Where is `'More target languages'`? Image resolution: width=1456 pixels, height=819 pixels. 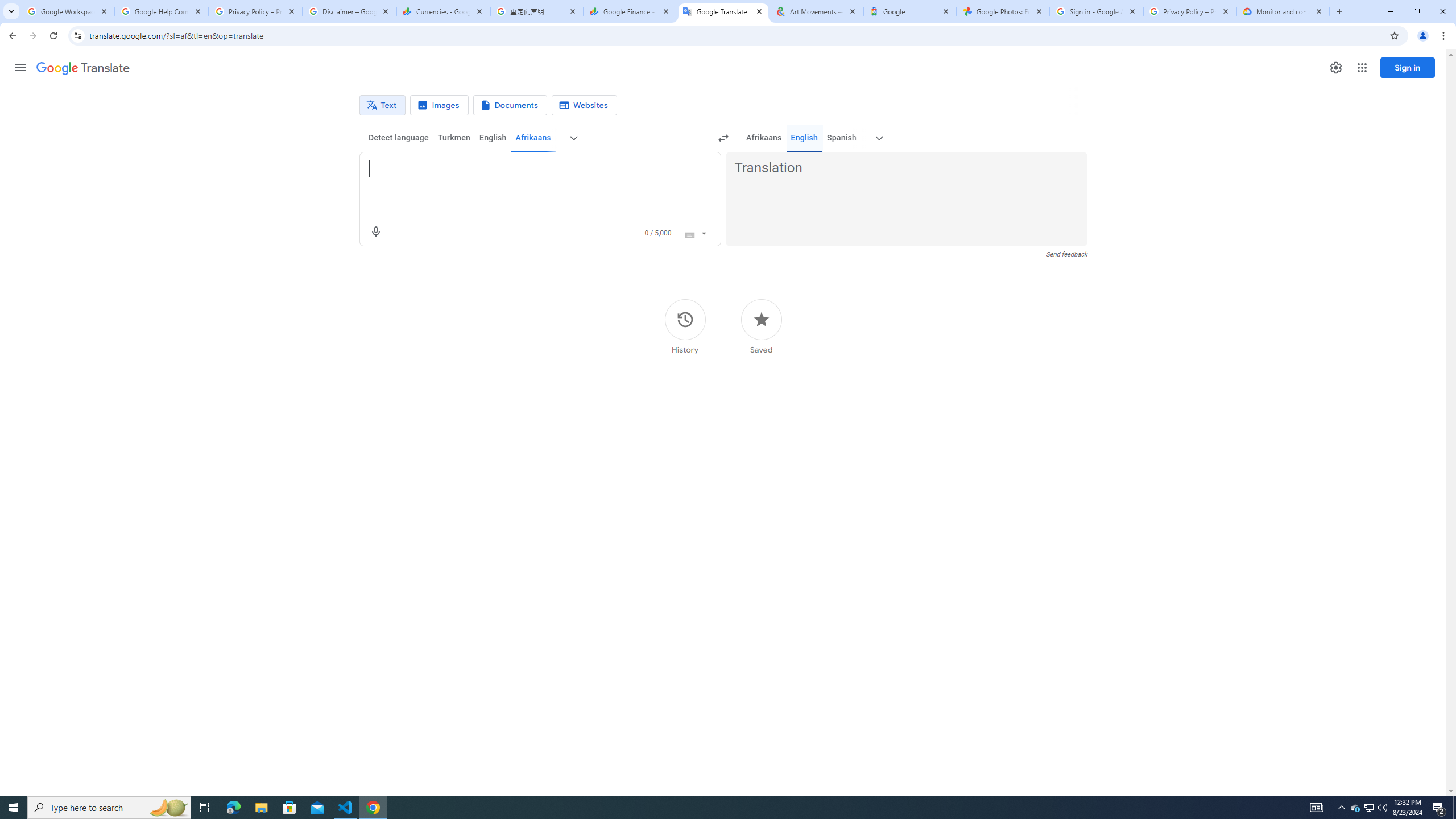
'More target languages' is located at coordinates (879, 138).